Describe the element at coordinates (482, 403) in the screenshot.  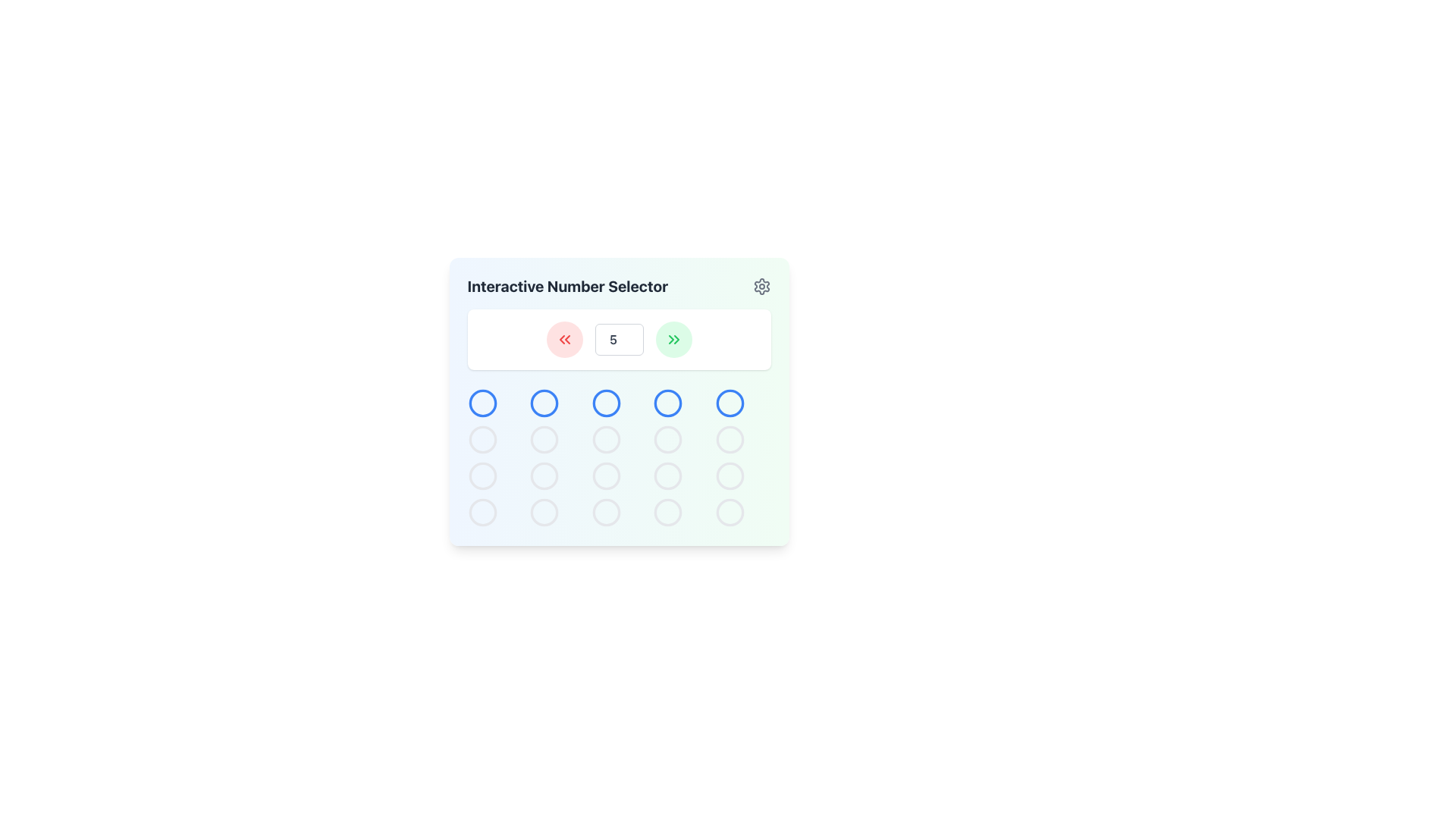
I see `the circular element with a blue outline and white fill located in the first column and first row of the grid below the 'Interactive Number Selector' header` at that location.